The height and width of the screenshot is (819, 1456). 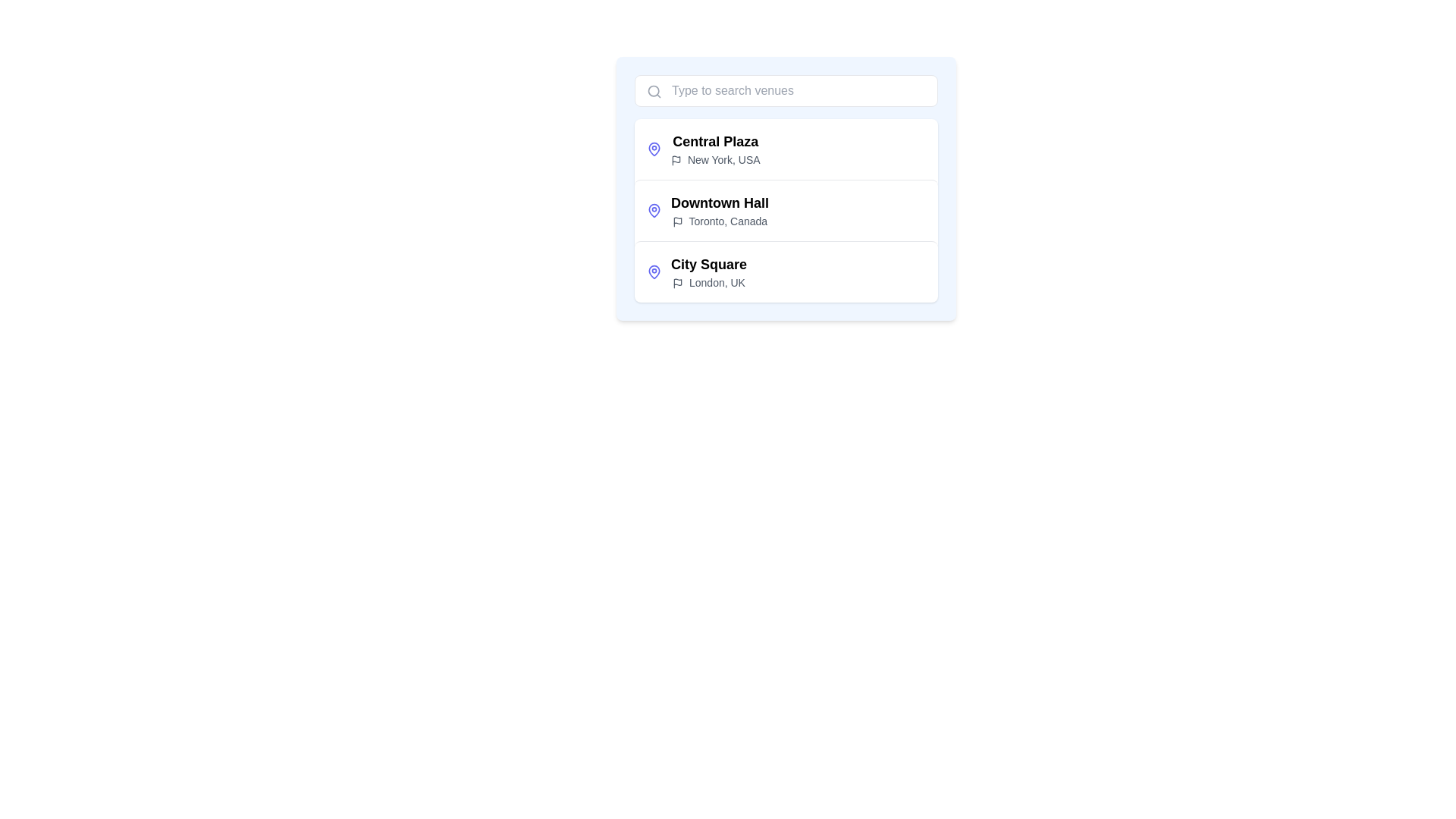 I want to click on the third list item titled 'City Square' with subtitle 'London, UK', so click(x=786, y=271).